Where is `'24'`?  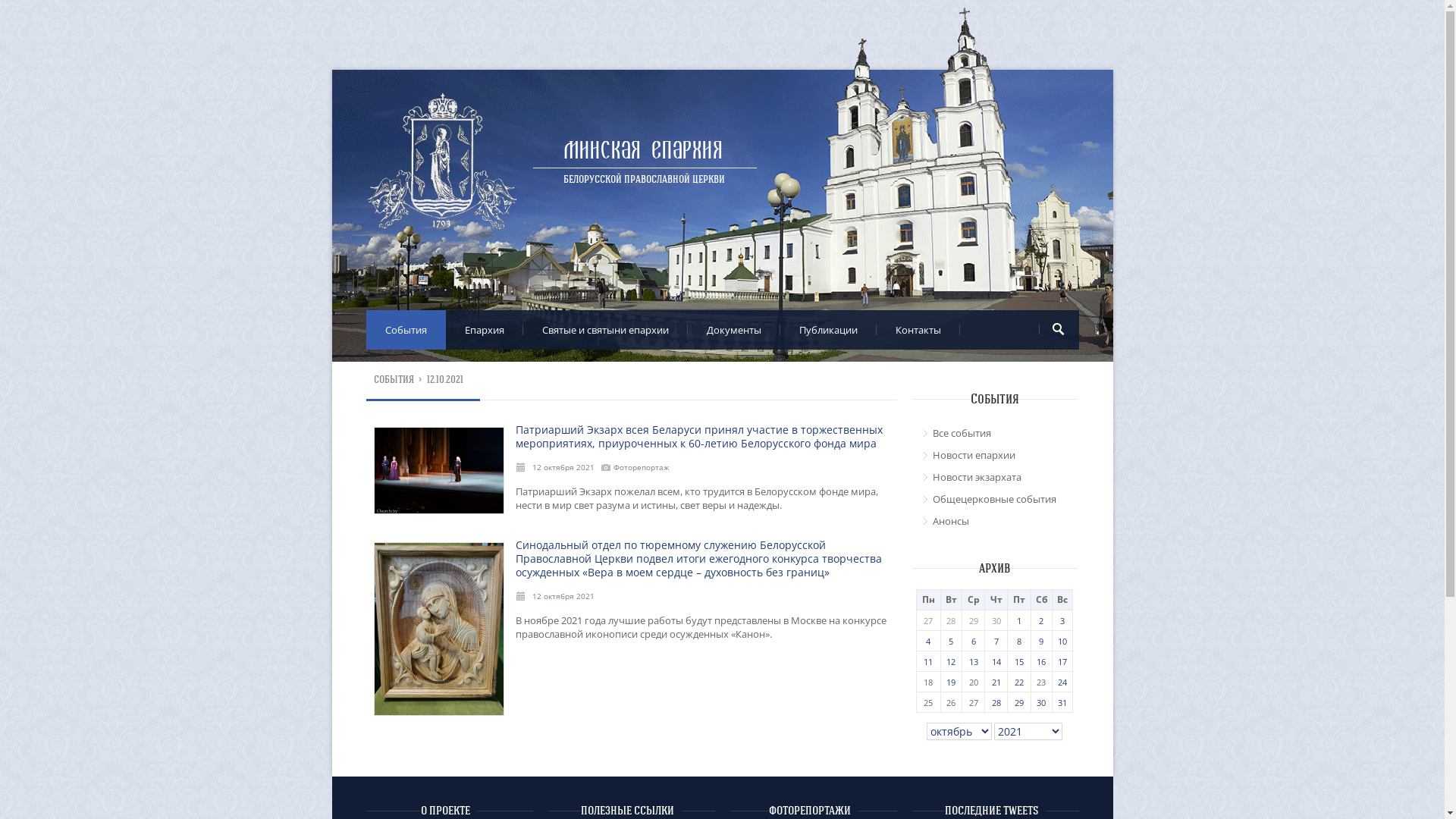 '24' is located at coordinates (1062, 681).